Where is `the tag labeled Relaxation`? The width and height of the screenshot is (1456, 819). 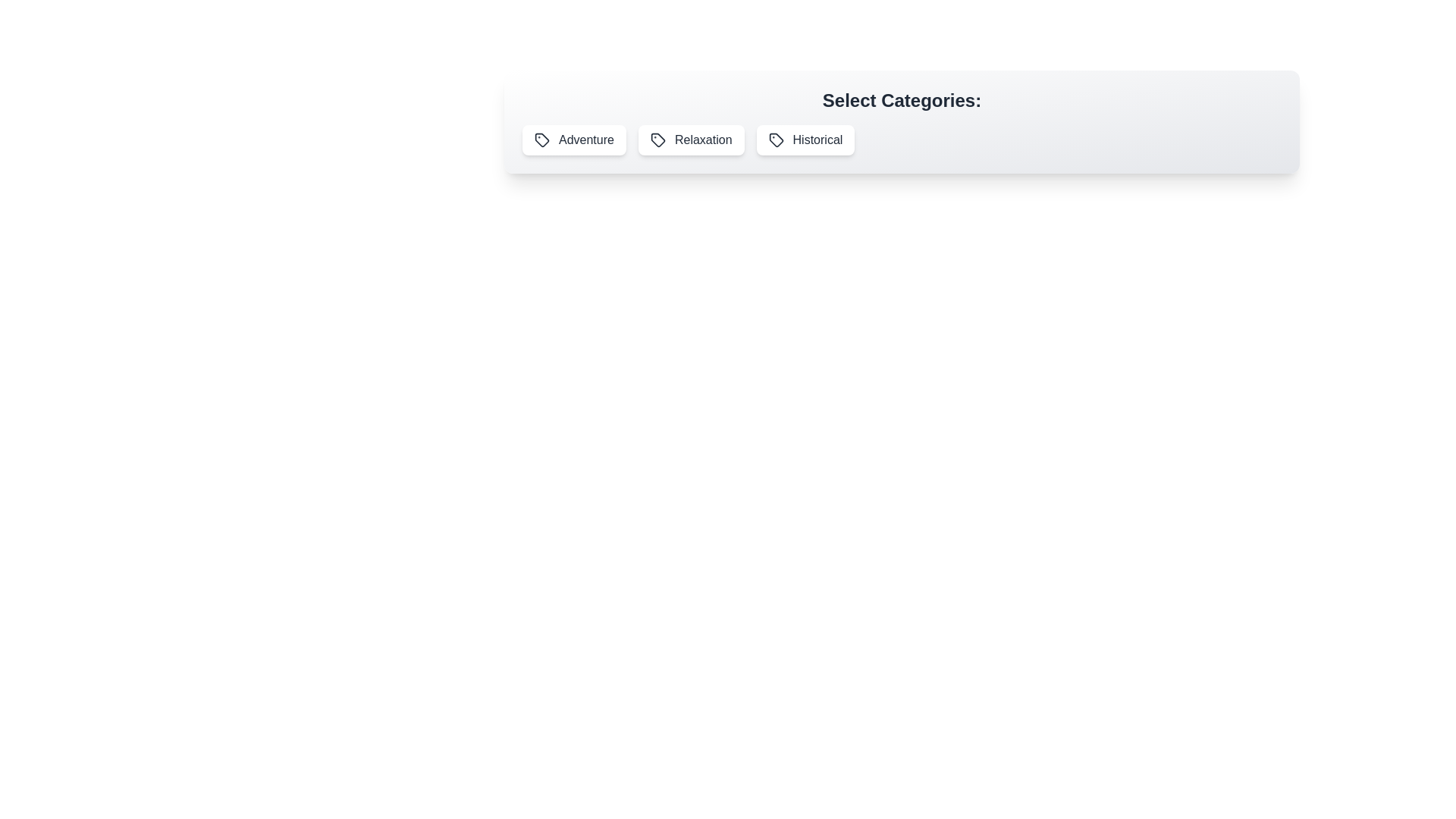
the tag labeled Relaxation is located at coordinates (690, 140).